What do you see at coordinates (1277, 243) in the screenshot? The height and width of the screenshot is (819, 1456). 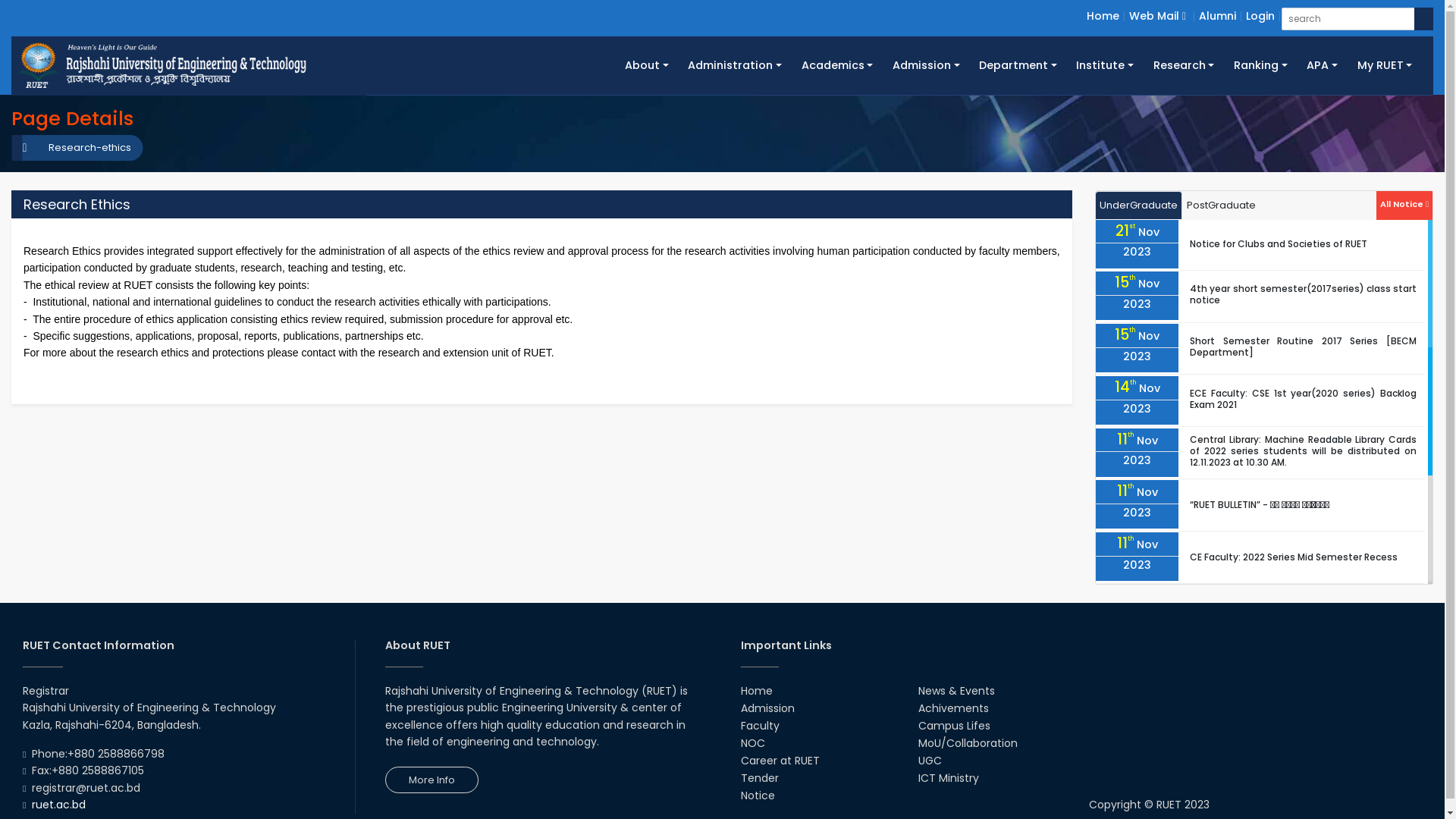 I see `'Notice for Clubs and Societies of RUET'` at bounding box center [1277, 243].